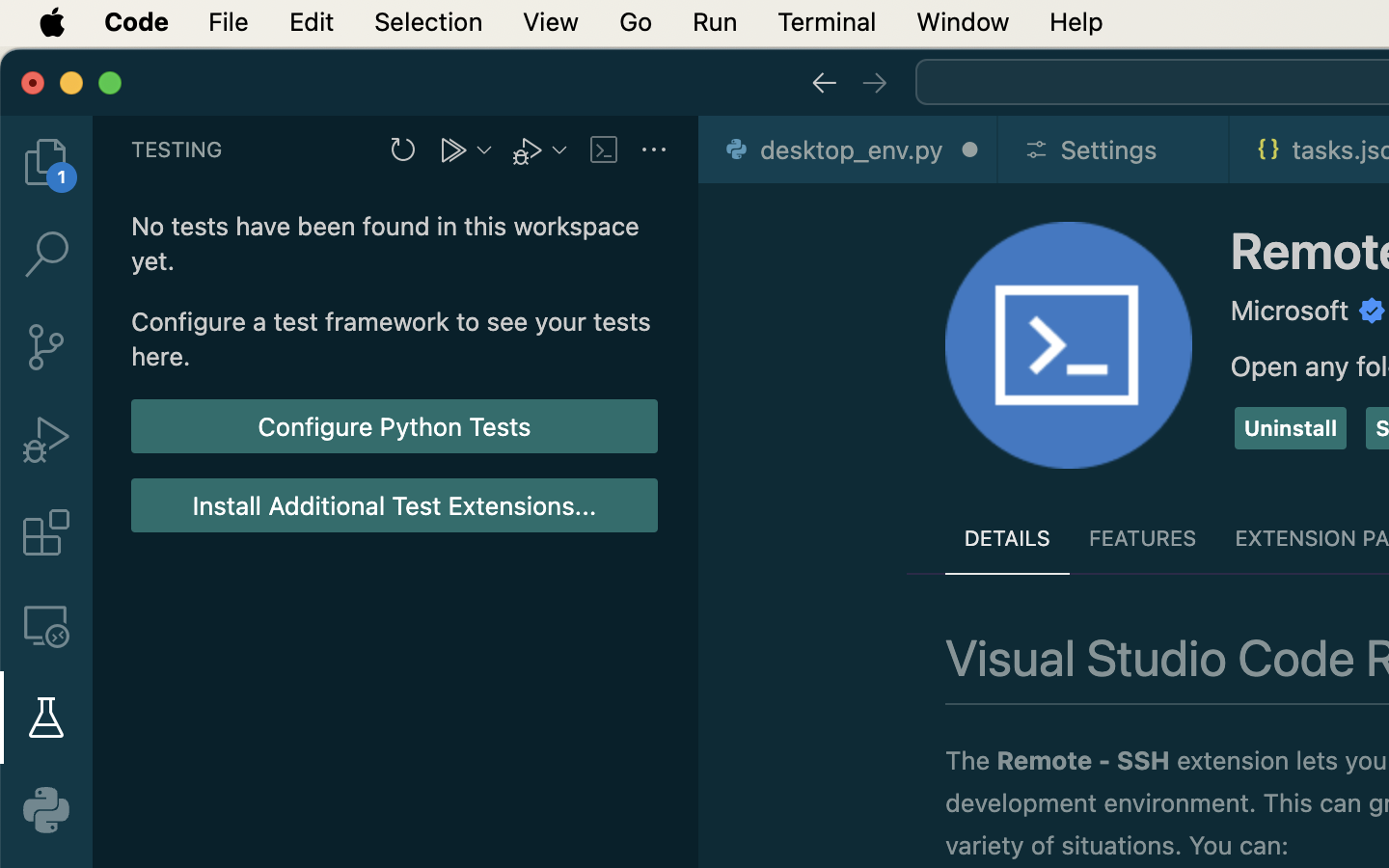 Image resolution: width=1389 pixels, height=868 pixels. What do you see at coordinates (44, 253) in the screenshot?
I see `'0 '` at bounding box center [44, 253].